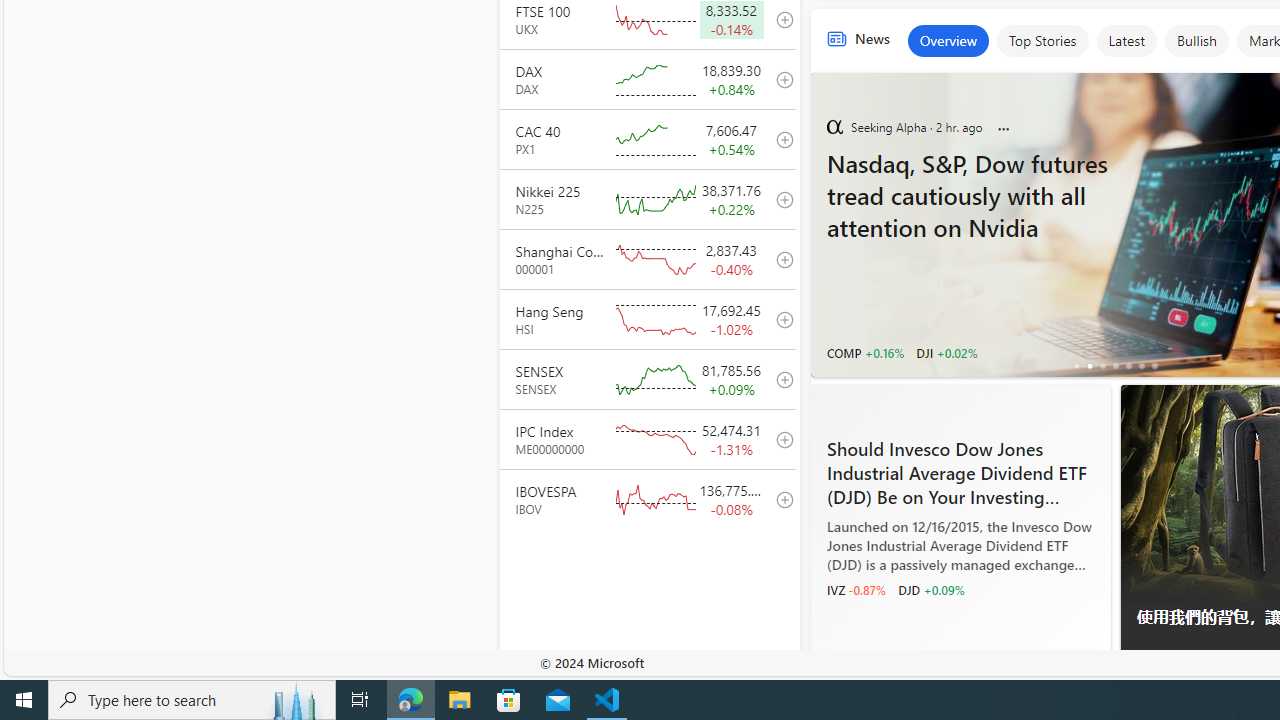  What do you see at coordinates (1126, 41) in the screenshot?
I see `'Latest'` at bounding box center [1126, 41].